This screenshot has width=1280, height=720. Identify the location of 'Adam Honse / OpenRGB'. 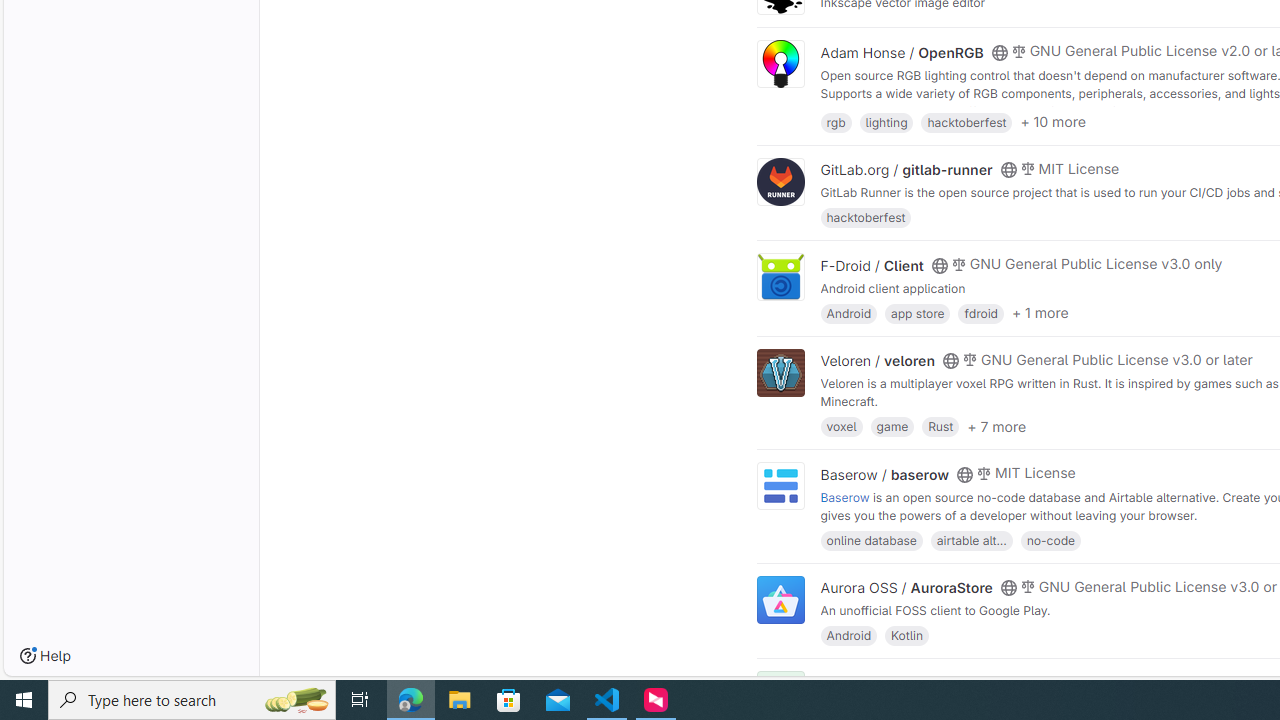
(901, 51).